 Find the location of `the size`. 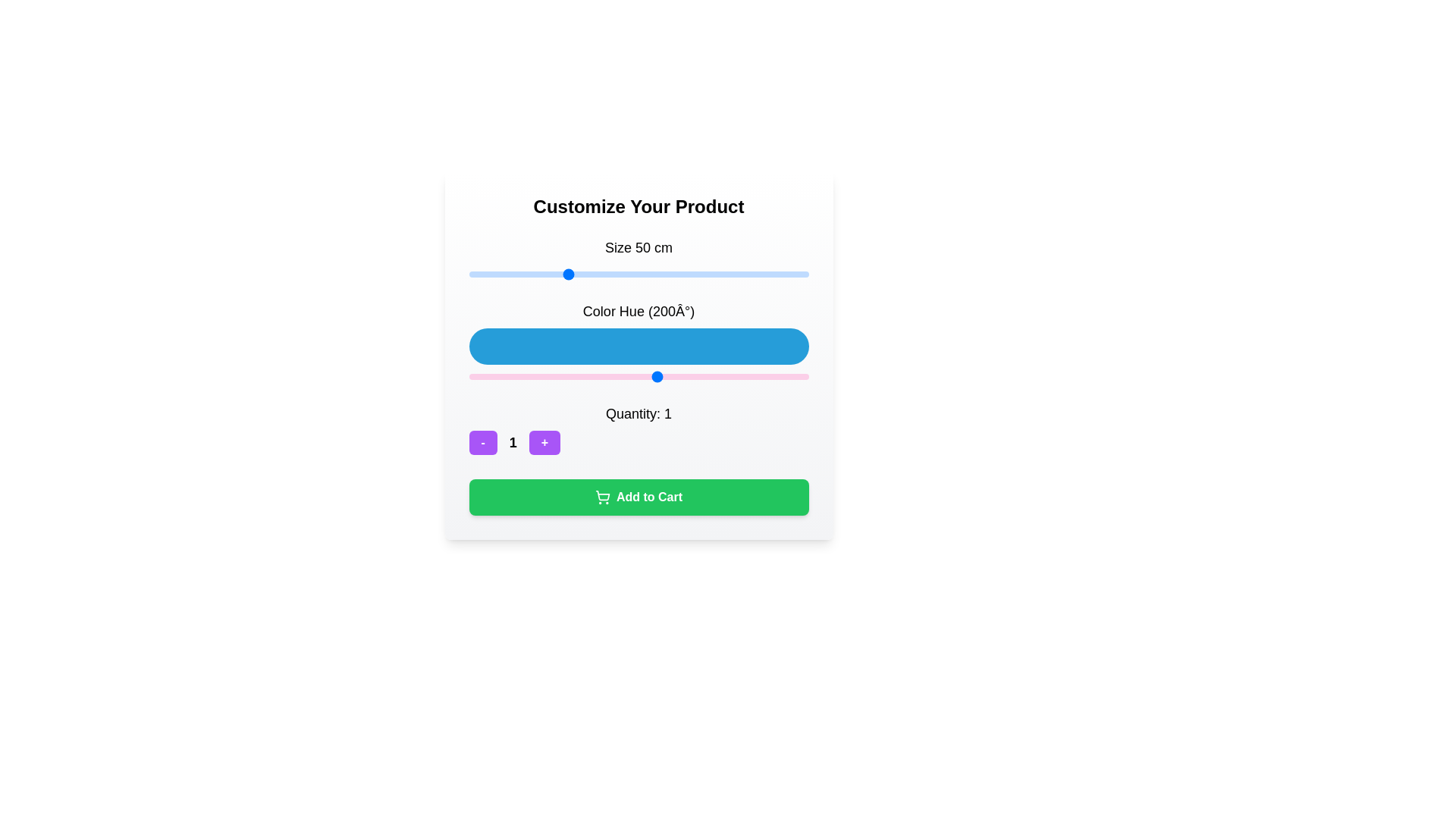

the size is located at coordinates (803, 275).